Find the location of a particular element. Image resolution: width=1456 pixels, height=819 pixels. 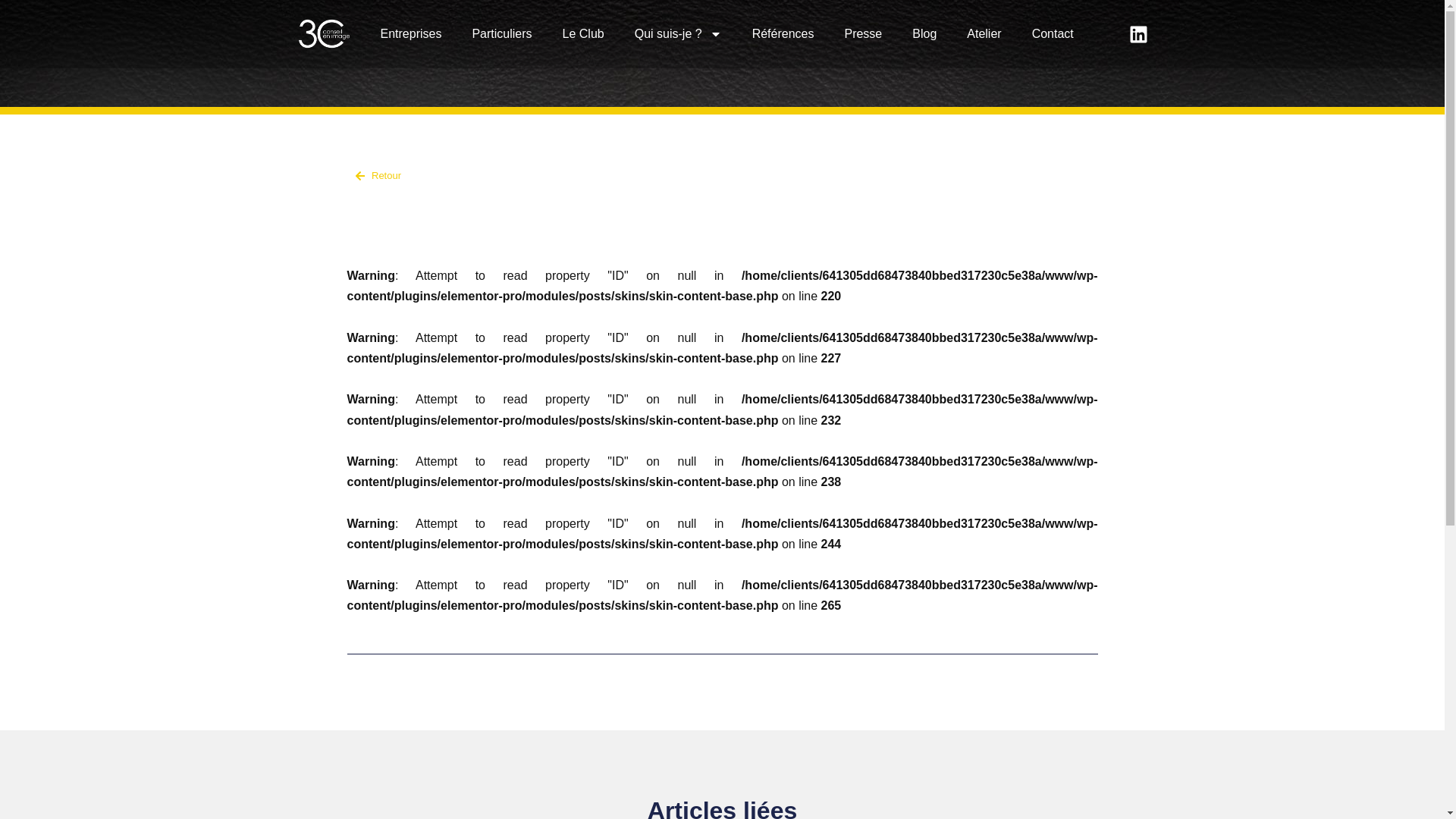

'Atelier' is located at coordinates (984, 34).